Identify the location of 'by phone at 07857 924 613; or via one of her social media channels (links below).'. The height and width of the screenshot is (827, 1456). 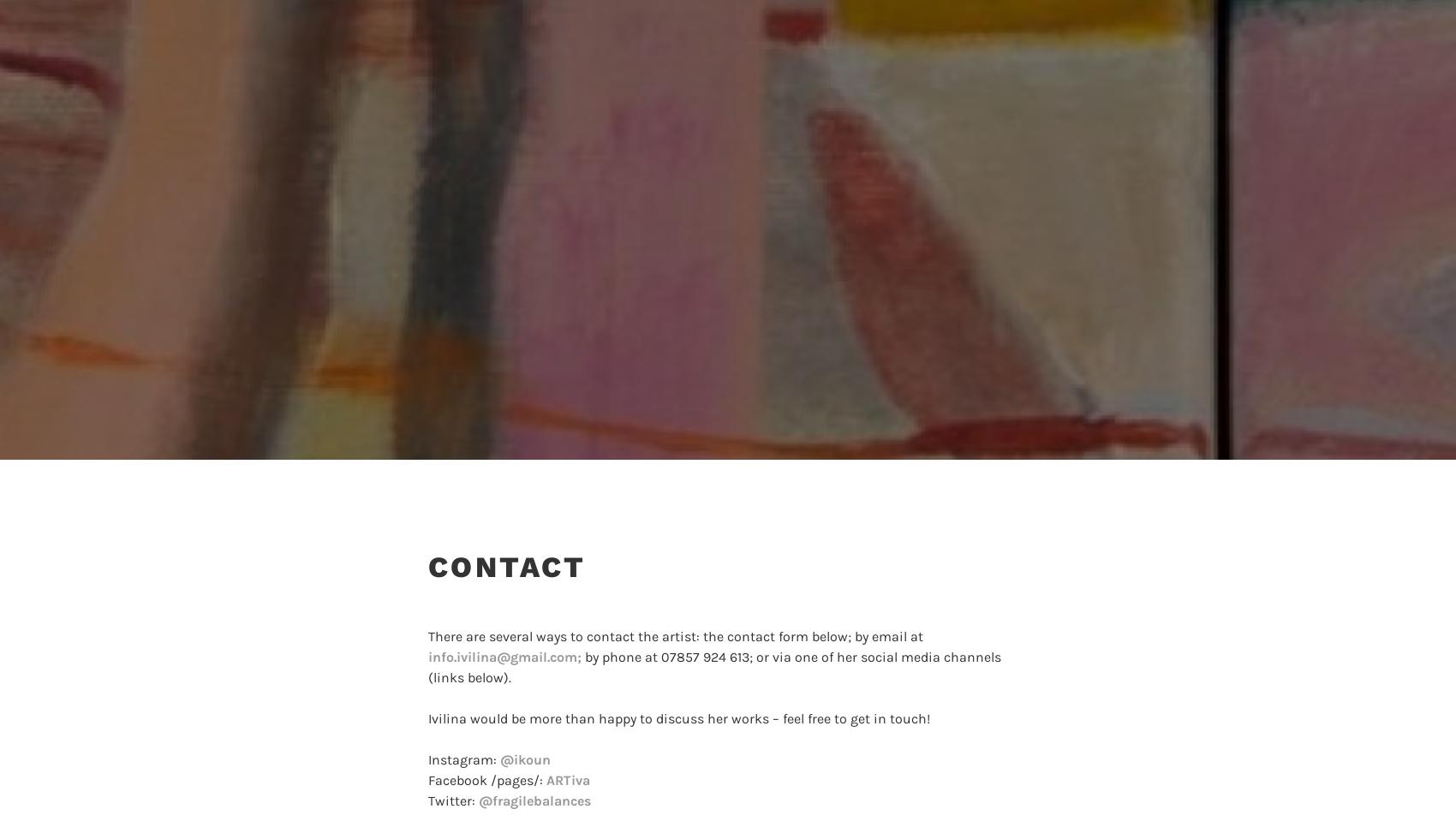
(713, 666).